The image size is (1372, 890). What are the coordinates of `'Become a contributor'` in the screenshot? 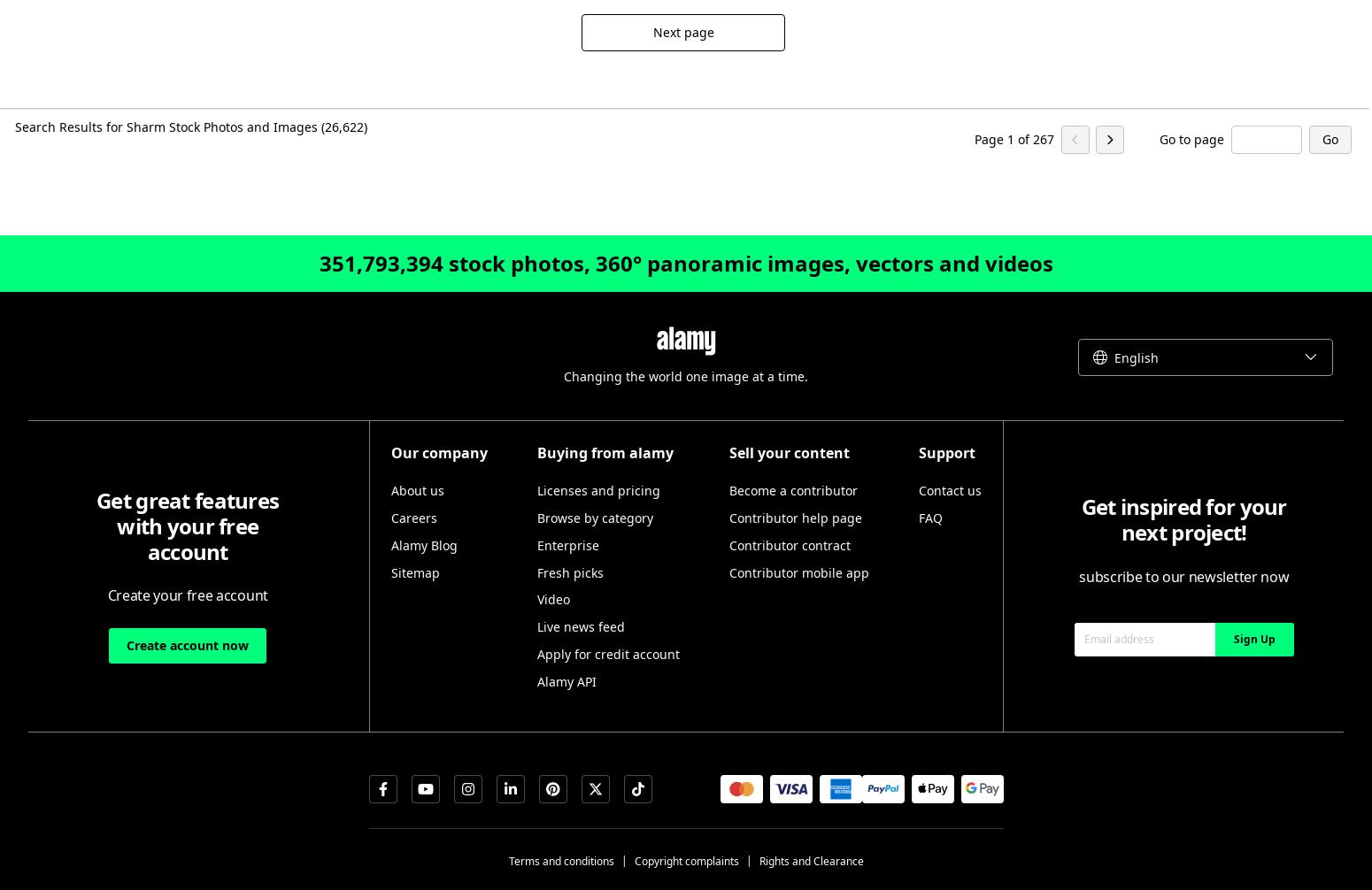 It's located at (792, 490).